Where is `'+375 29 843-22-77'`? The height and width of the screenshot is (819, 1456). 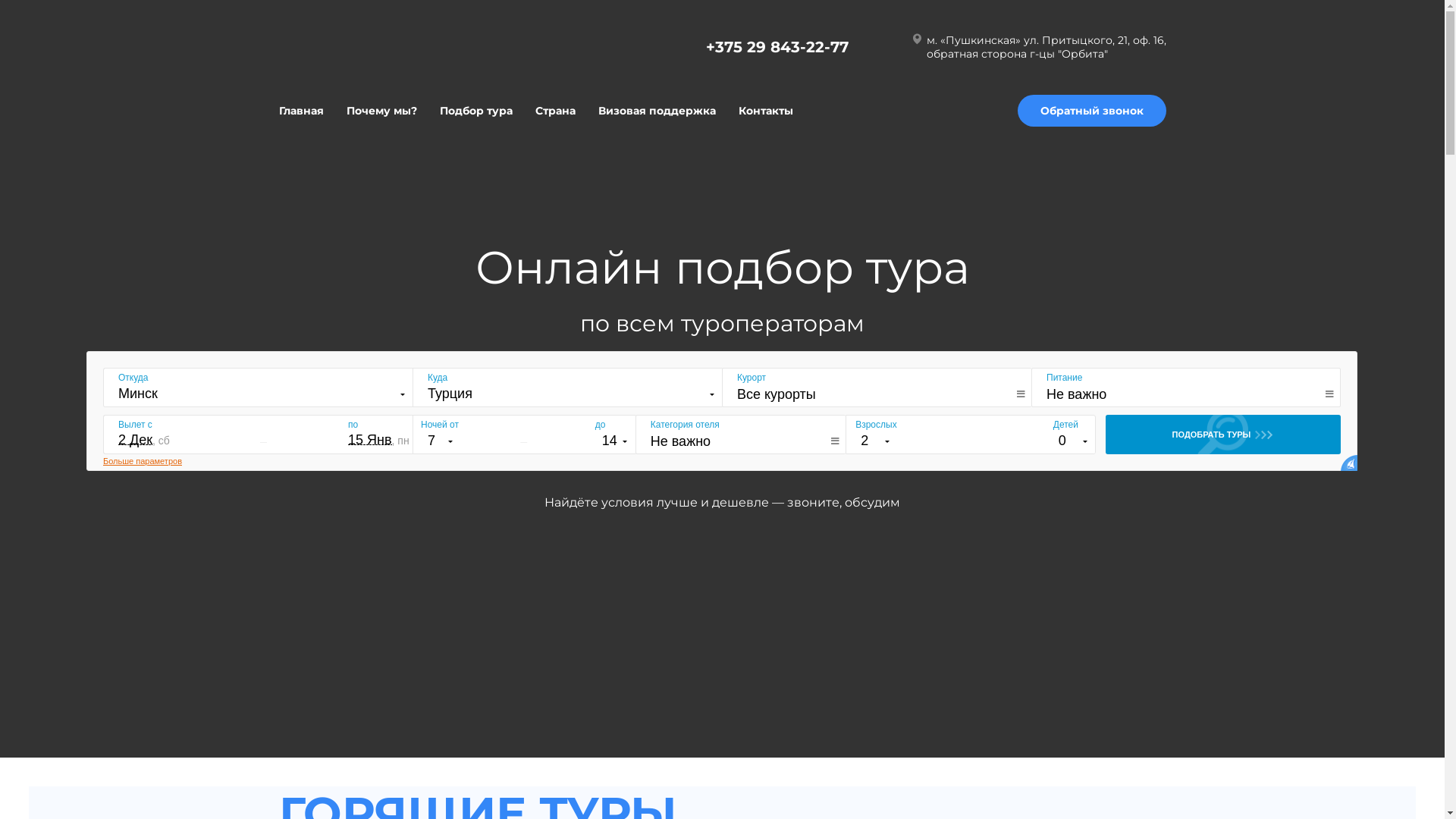 '+375 29 843-22-77' is located at coordinates (704, 45).